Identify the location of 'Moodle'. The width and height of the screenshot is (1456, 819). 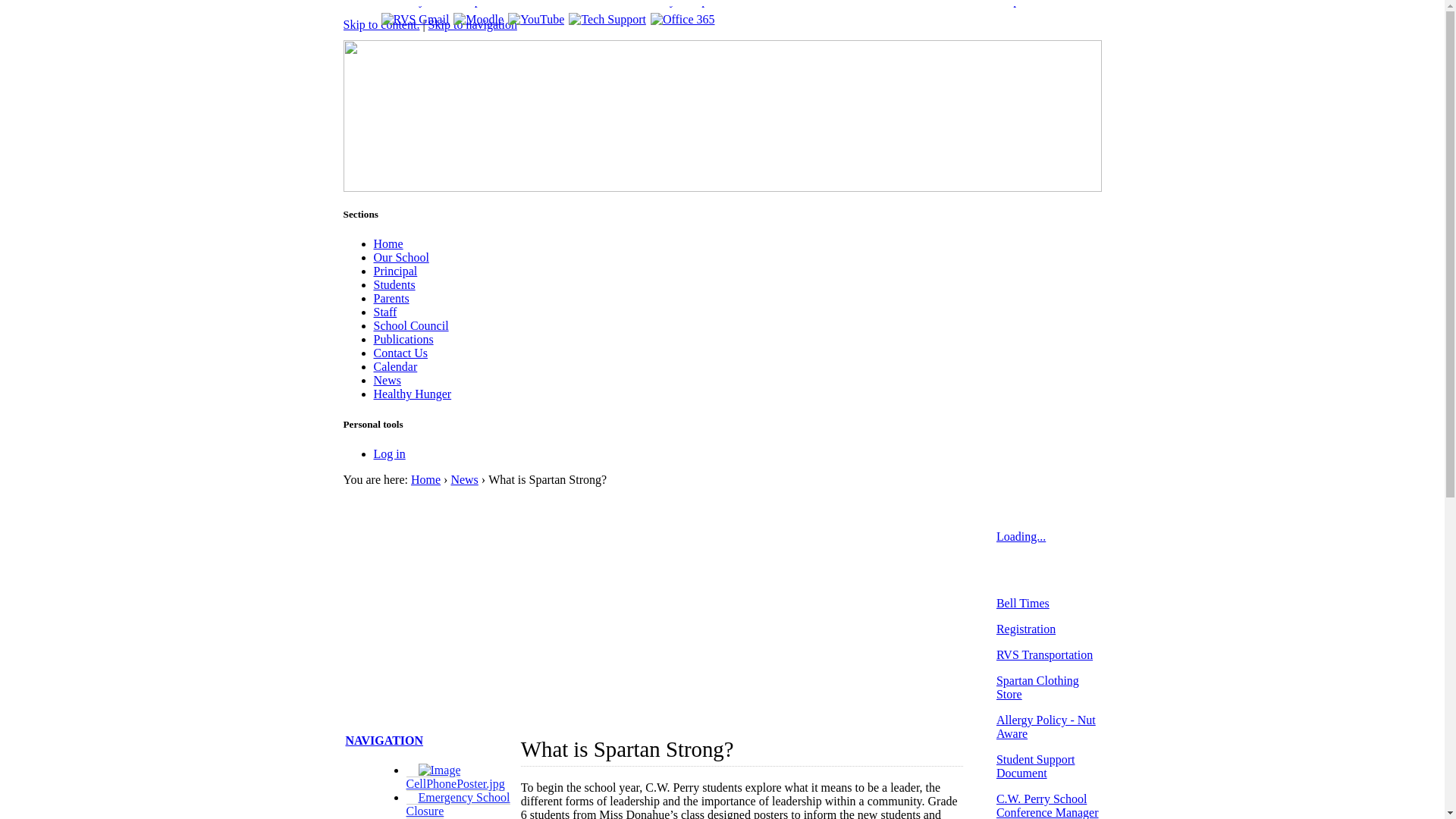
(477, 19).